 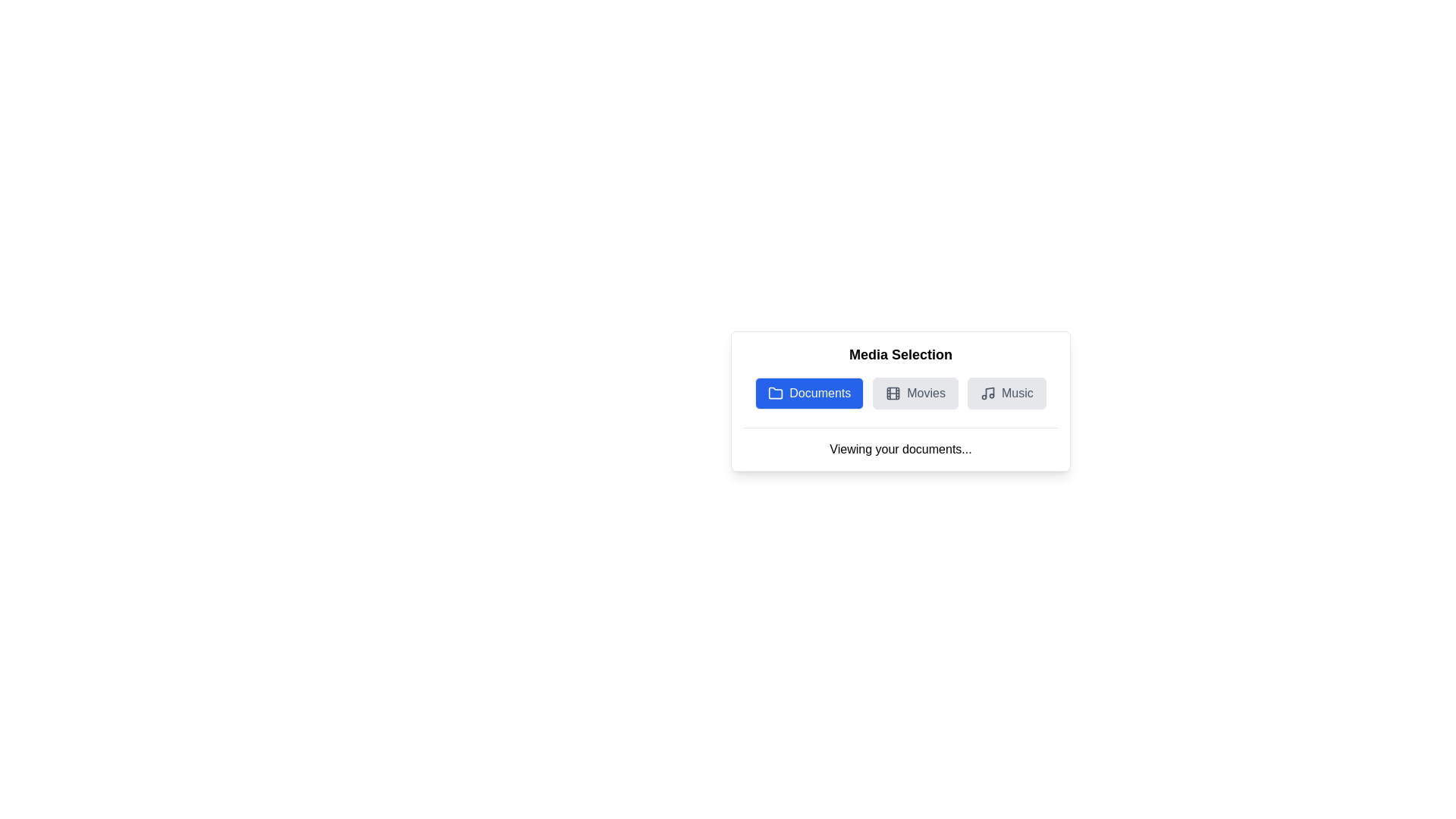 I want to click on displayed information from the media selection interface, which allows switching between 'Documents', 'Movies', and 'Music', so click(x=901, y=400).